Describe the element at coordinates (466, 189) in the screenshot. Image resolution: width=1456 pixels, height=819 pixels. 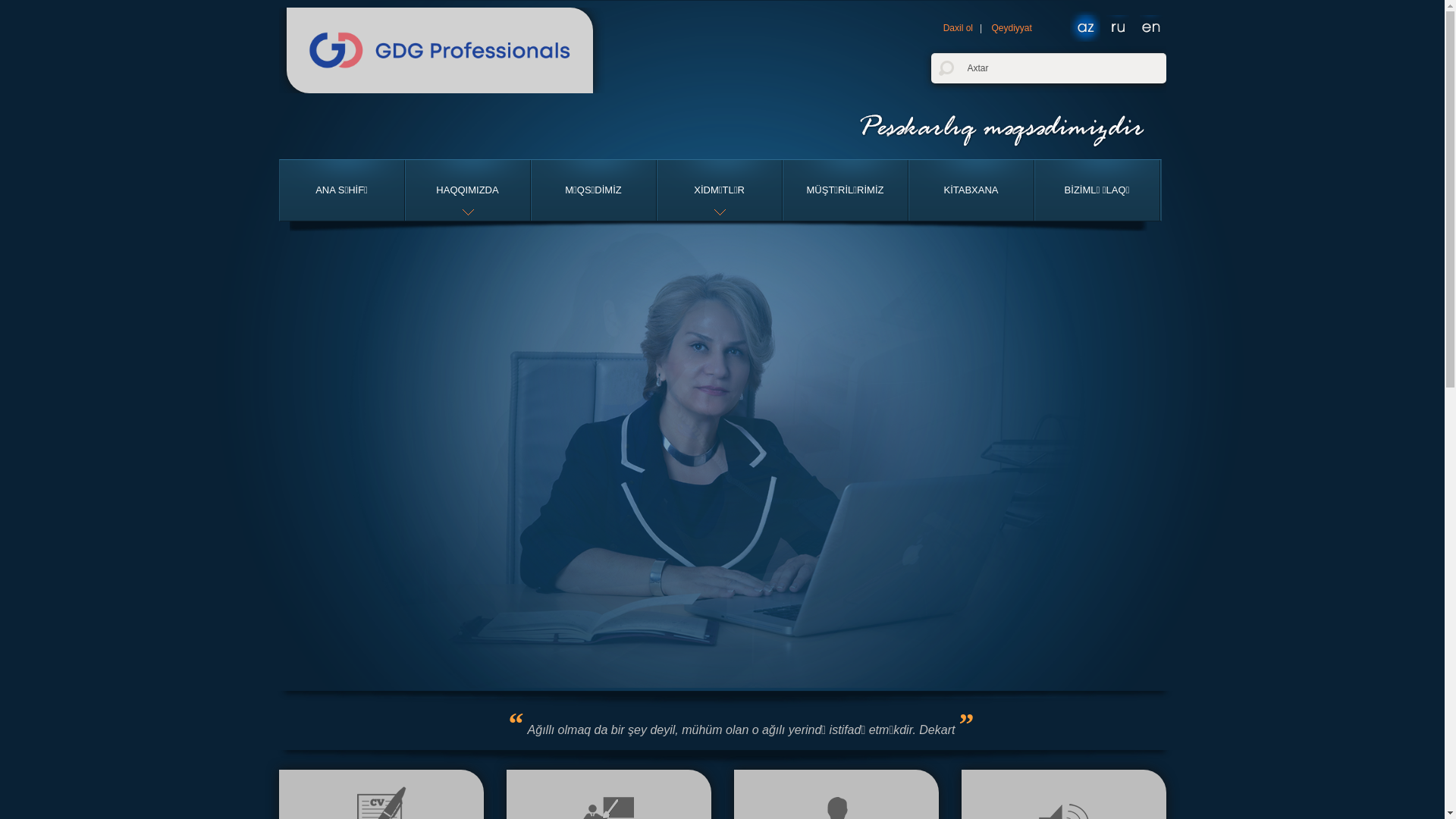
I see `'HAQQIMIZDA'` at that location.